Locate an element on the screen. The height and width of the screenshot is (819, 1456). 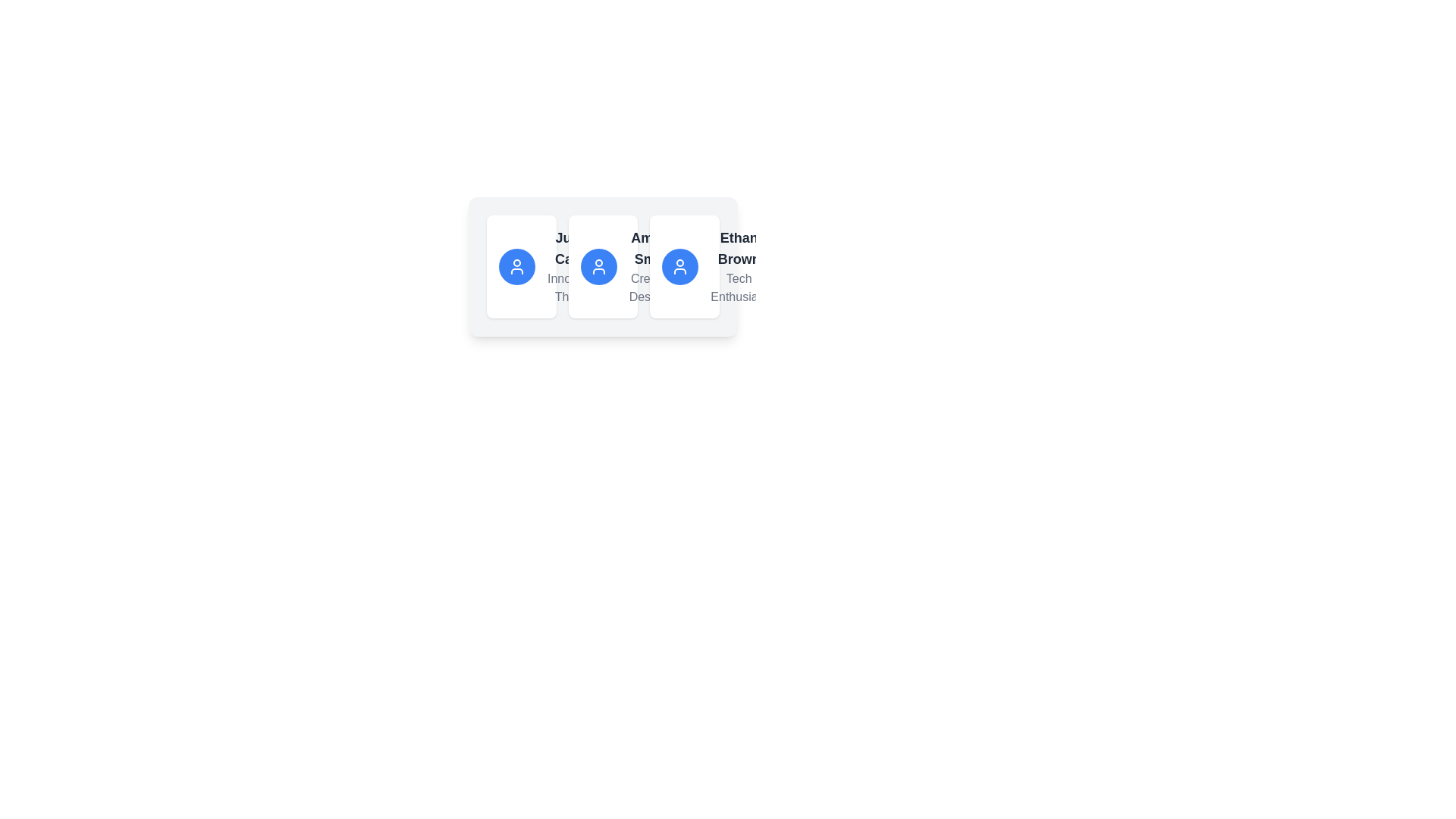
the text element displaying 'Ethan Brown', a profile display element on the far-right card in a horizontal list is located at coordinates (683, 265).